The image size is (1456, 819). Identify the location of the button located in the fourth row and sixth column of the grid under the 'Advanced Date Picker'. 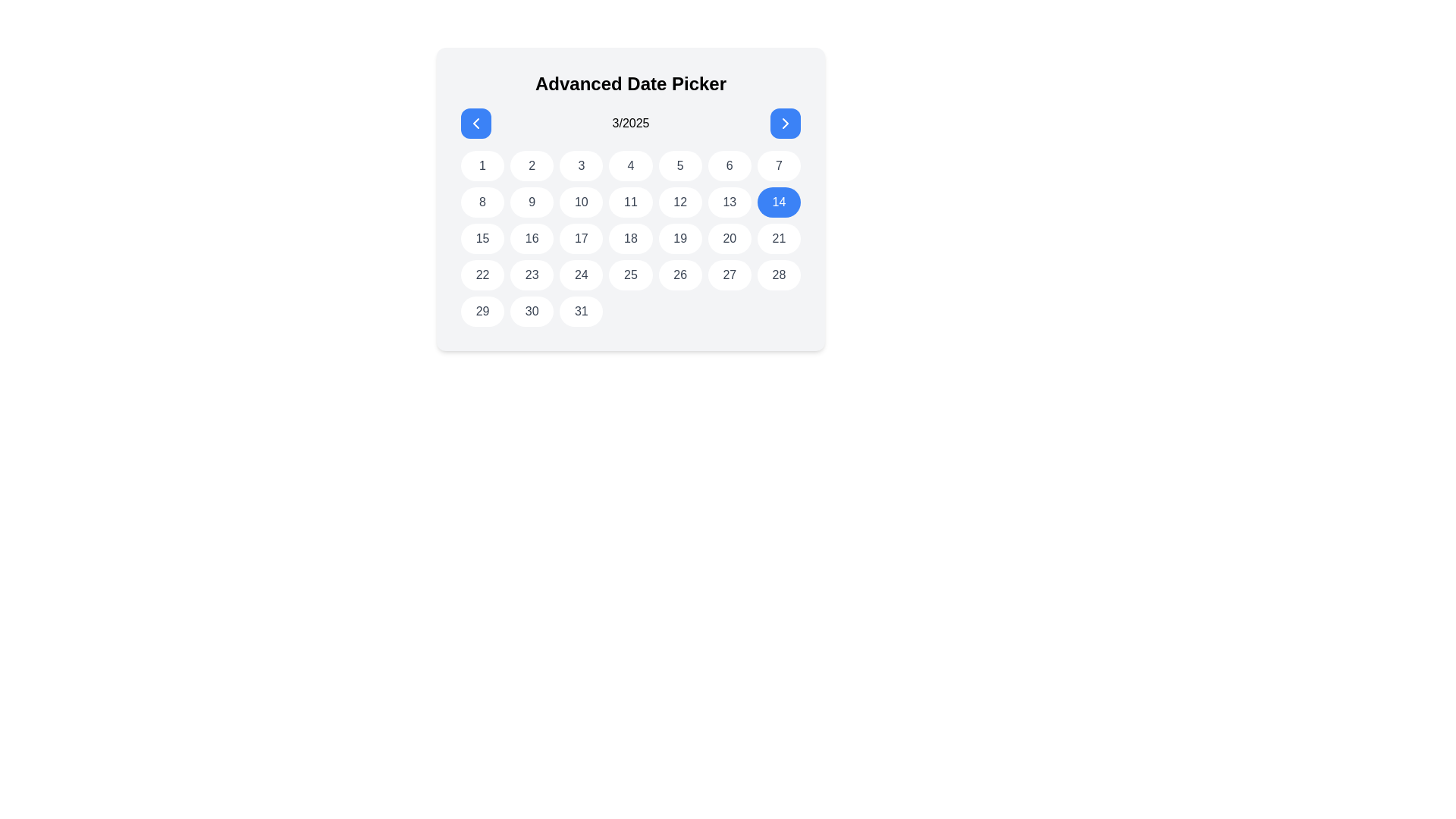
(729, 275).